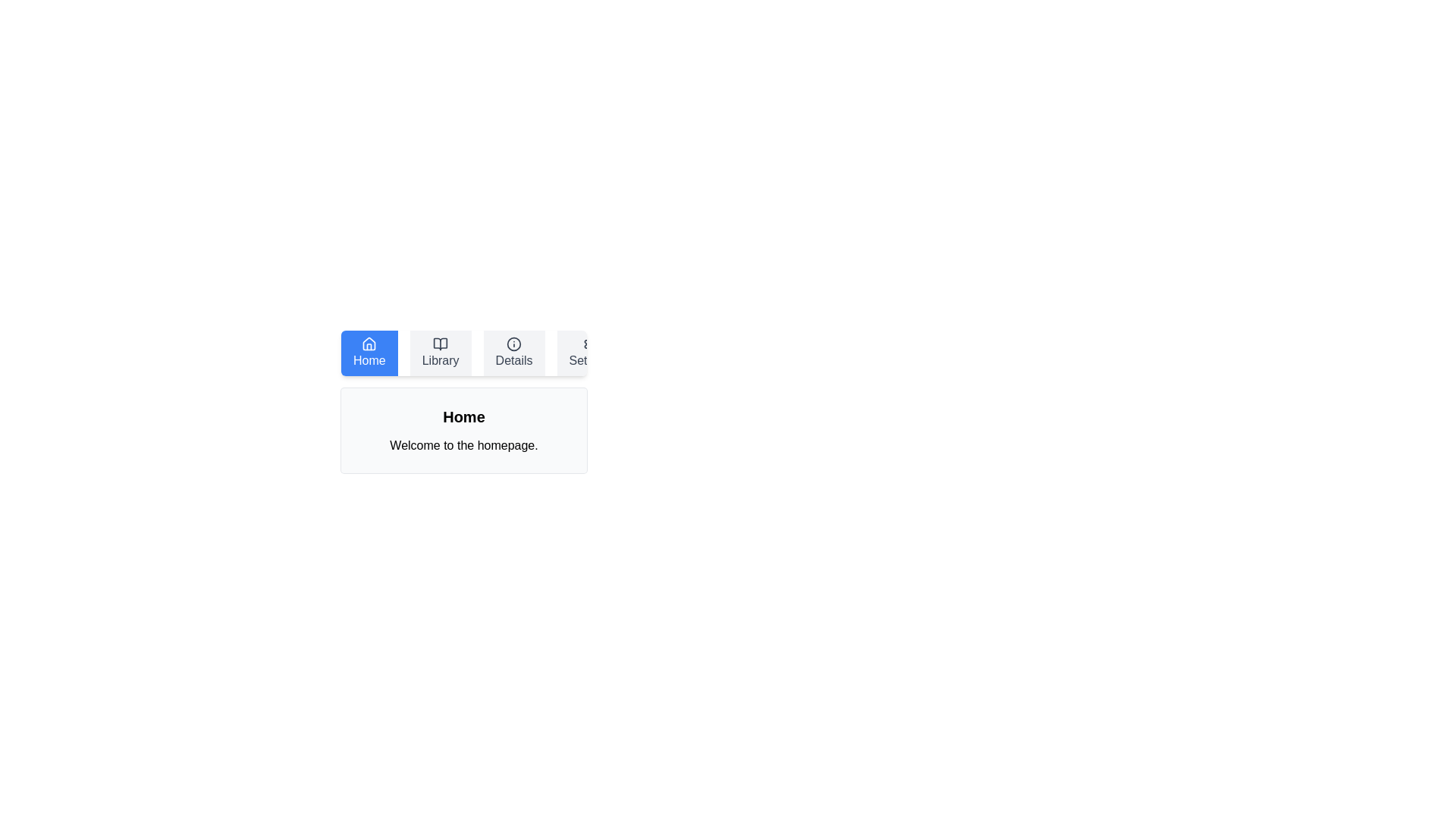 Image resolution: width=1456 pixels, height=819 pixels. What do you see at coordinates (440, 353) in the screenshot?
I see `the button labeled Library to observe its hover effect` at bounding box center [440, 353].